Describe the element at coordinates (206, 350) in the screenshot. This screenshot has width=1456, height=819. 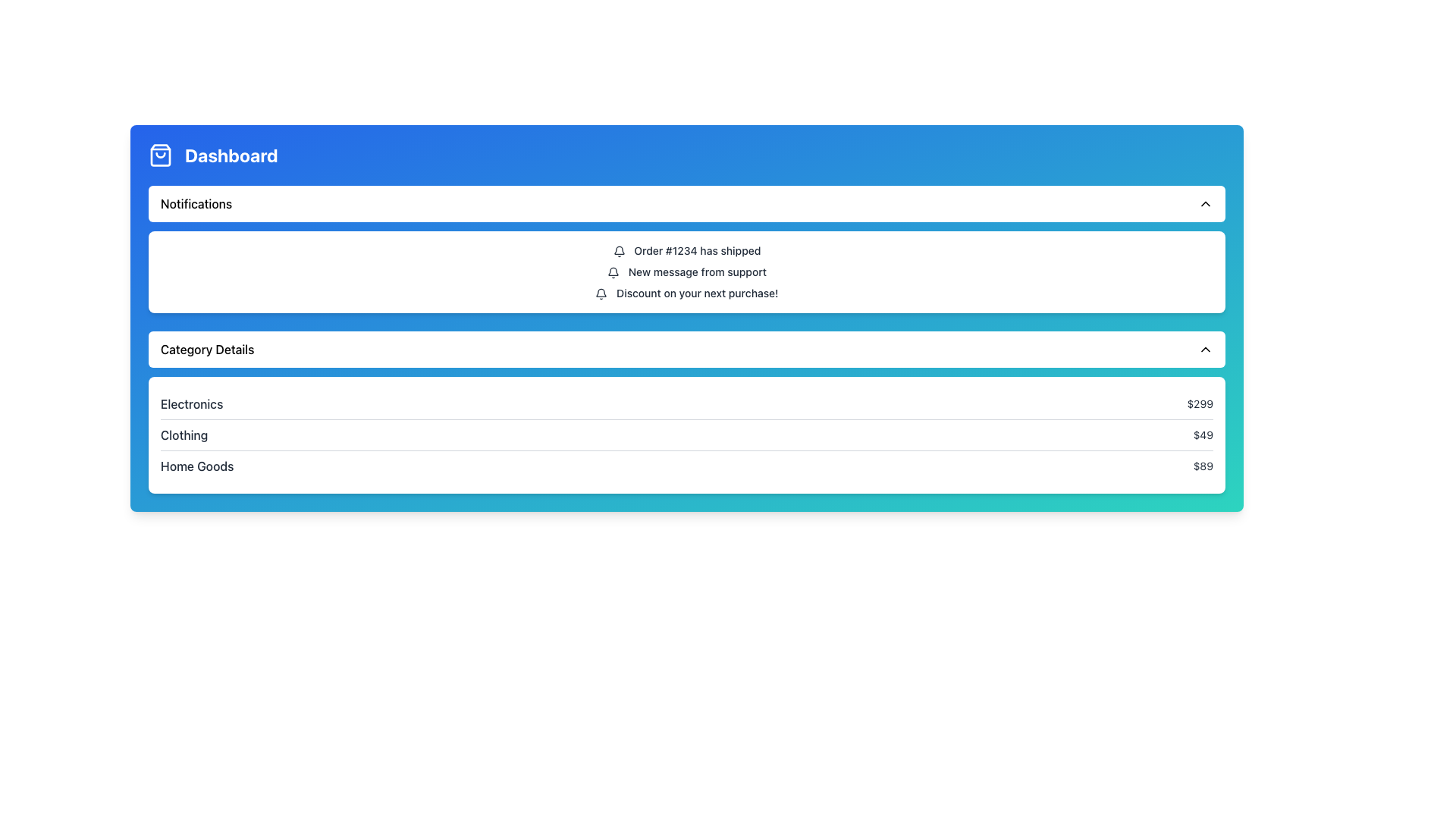
I see `the static text label that represents the title of a collapsible section, located near the center of a horizontally-styled panel in the top-left quadrant` at that location.